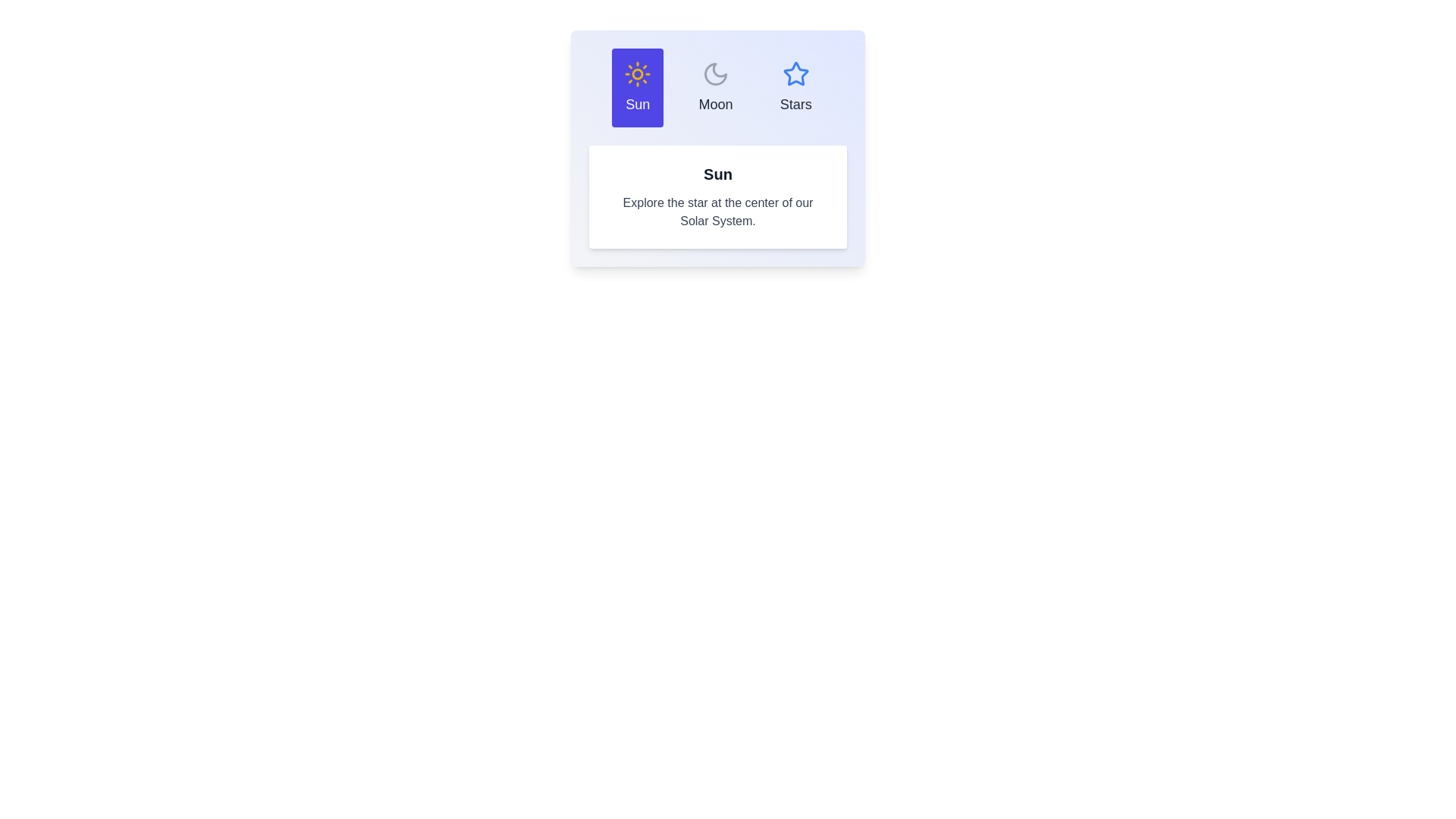  I want to click on the tab corresponding to Moon to view its associated information, so click(715, 87).